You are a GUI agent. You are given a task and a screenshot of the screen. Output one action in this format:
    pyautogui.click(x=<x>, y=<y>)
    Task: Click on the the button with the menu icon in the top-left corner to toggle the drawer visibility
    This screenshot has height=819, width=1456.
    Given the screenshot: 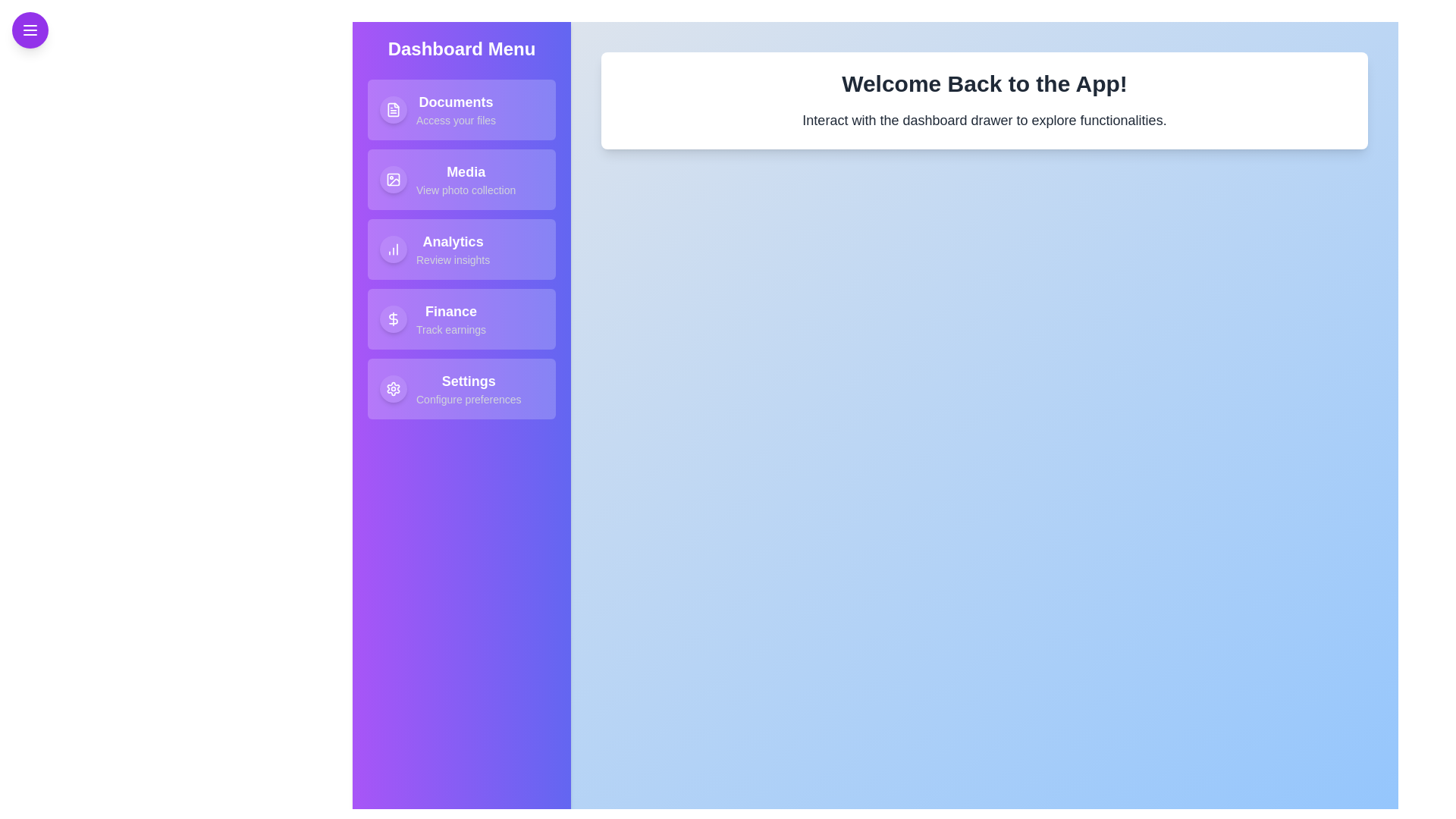 What is the action you would take?
    pyautogui.click(x=30, y=30)
    